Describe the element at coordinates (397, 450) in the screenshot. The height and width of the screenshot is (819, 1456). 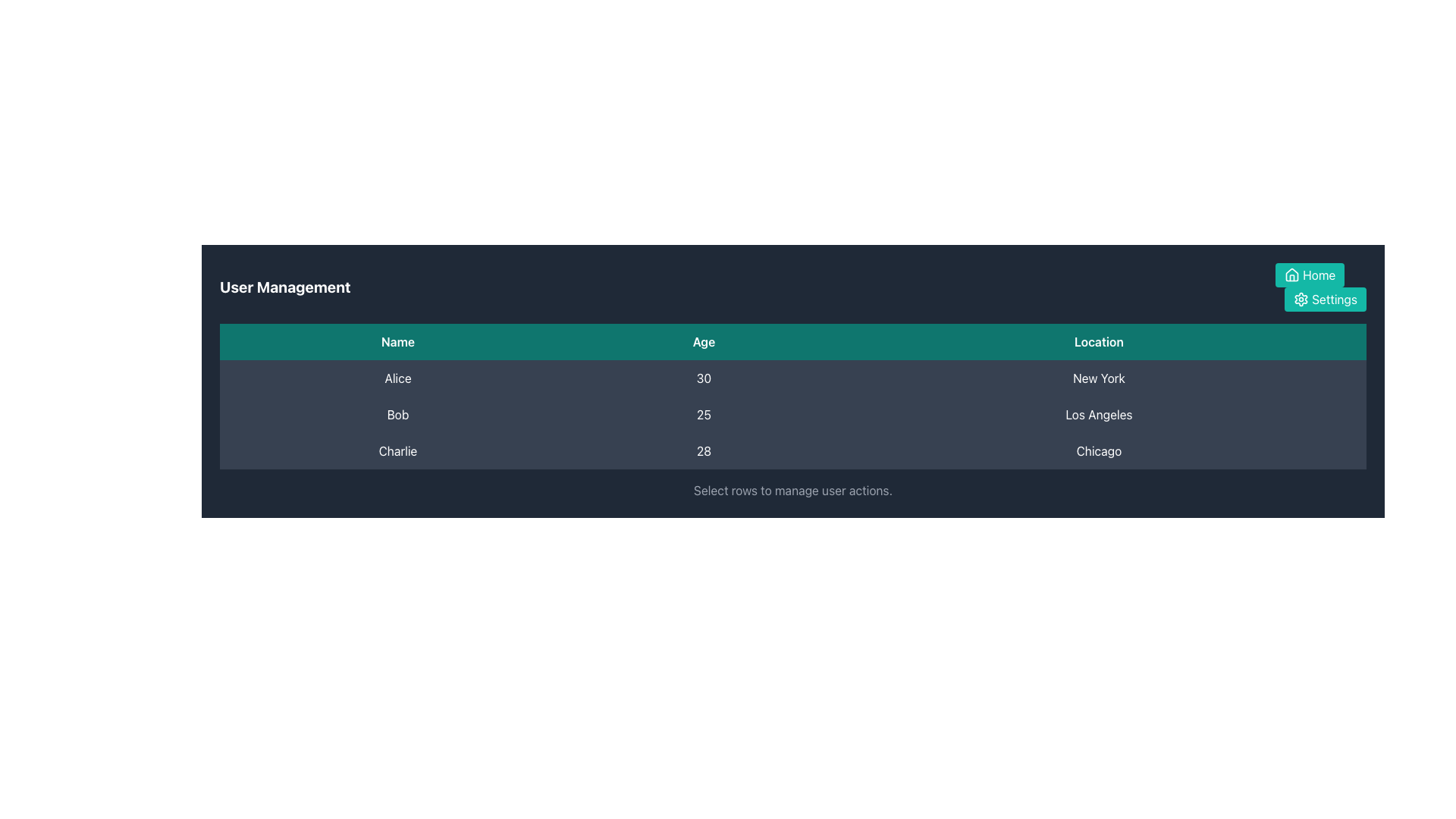
I see `text content of the label displaying 'Charlie', which is located in the leftmost column of the third row under the 'Name' column with a dark background and white font` at that location.